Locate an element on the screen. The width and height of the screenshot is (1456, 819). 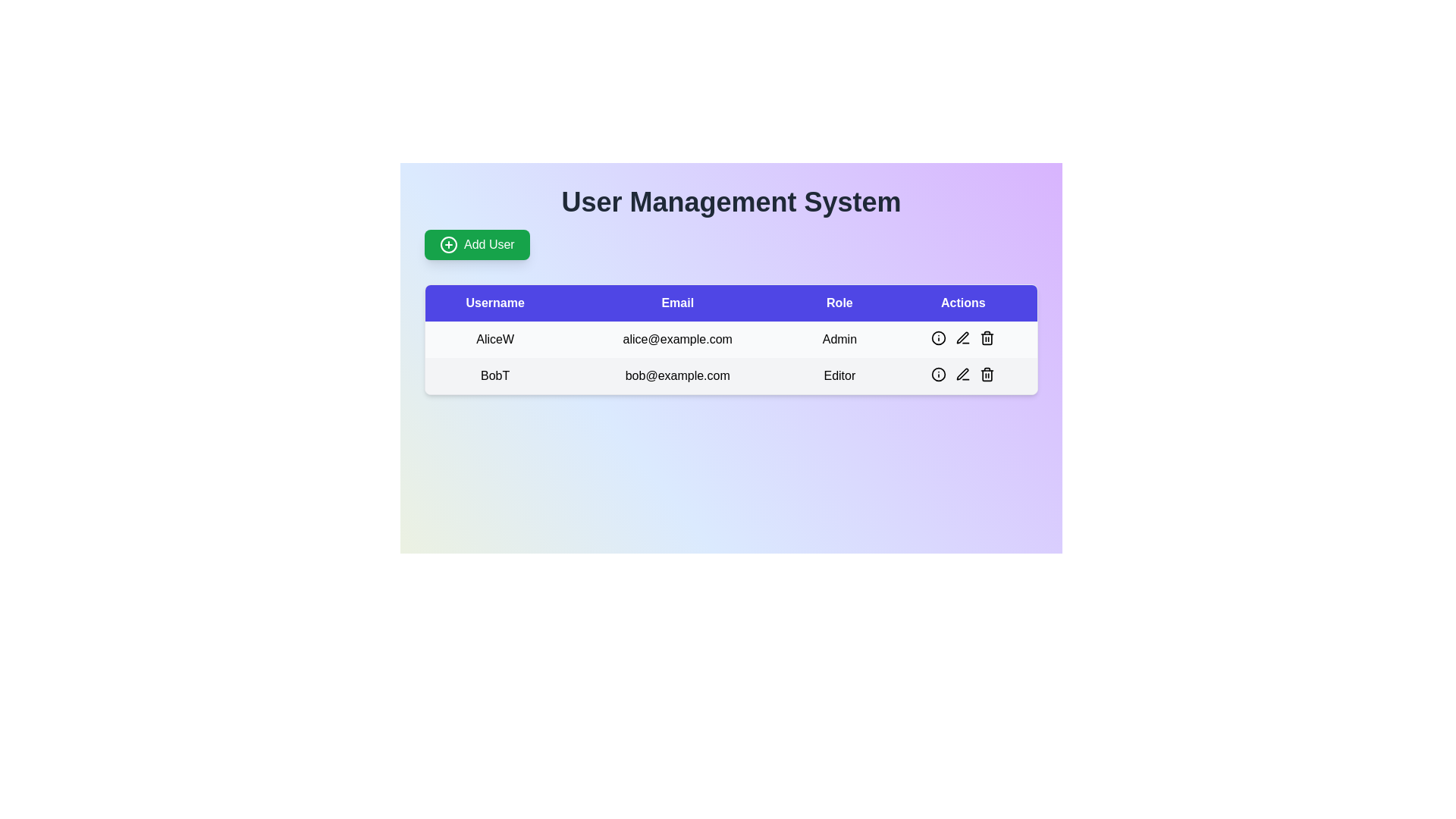
the circular outline icon associated with user 'BobT' in the 'Actions' column of the 'User Management System' interface is located at coordinates (938, 337).